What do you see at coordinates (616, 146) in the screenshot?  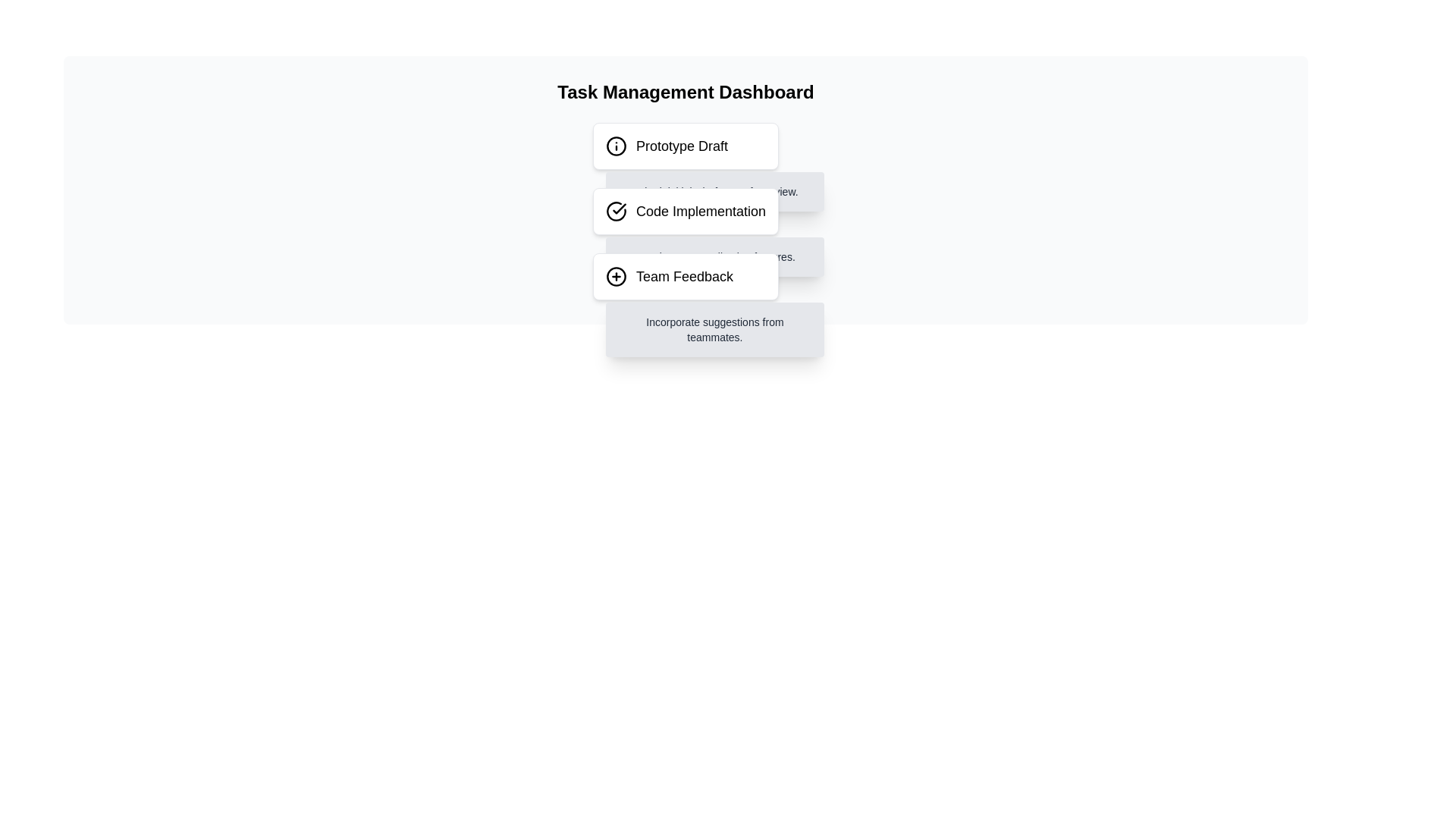 I see `the circle element within the 'Prototype Draft' item on the Task Management Dashboard, which is styled with a stroke and no fill, and has a radius of 10 units` at bounding box center [616, 146].